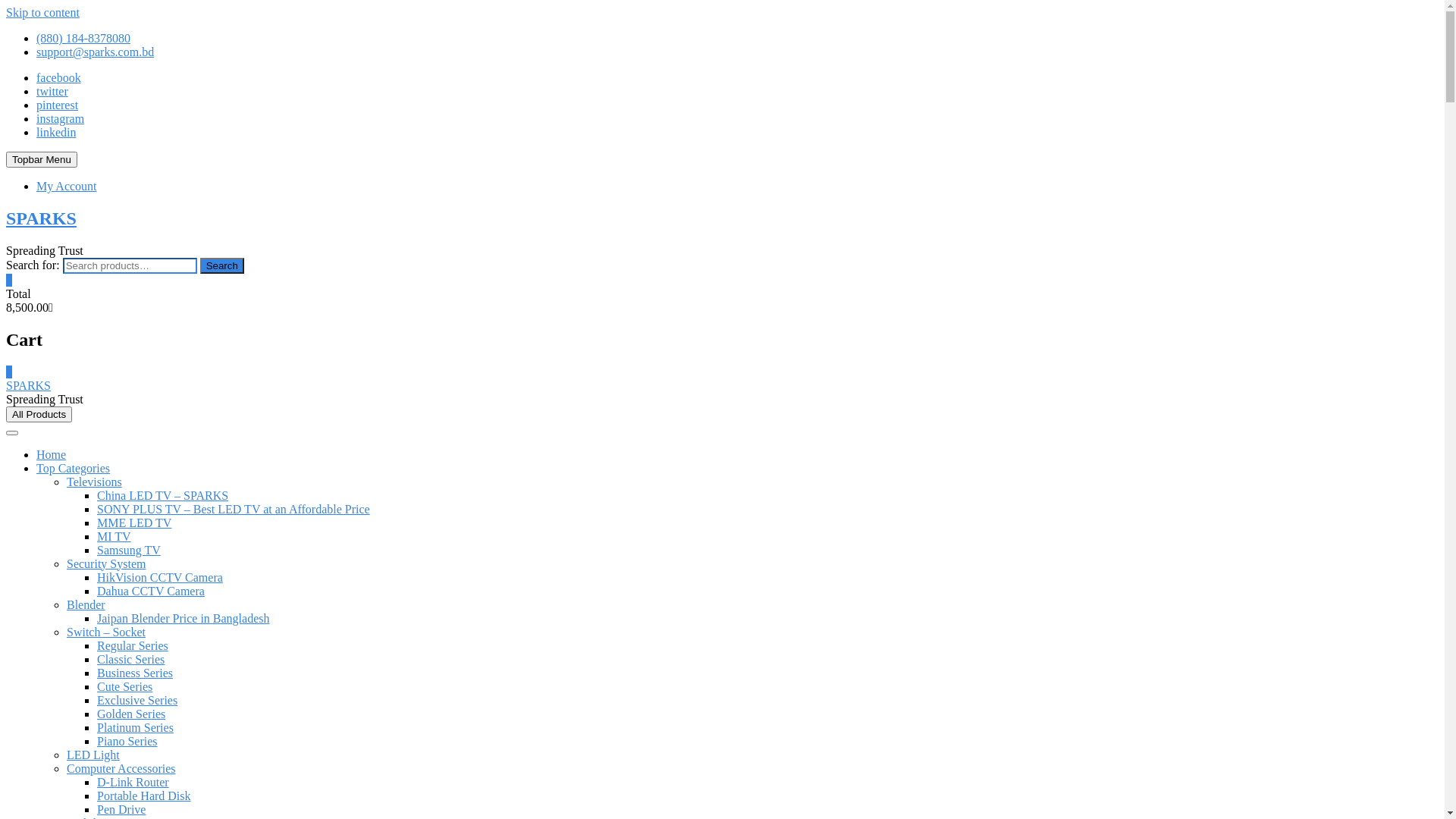  Describe the element at coordinates (6, 280) in the screenshot. I see `'1'` at that location.